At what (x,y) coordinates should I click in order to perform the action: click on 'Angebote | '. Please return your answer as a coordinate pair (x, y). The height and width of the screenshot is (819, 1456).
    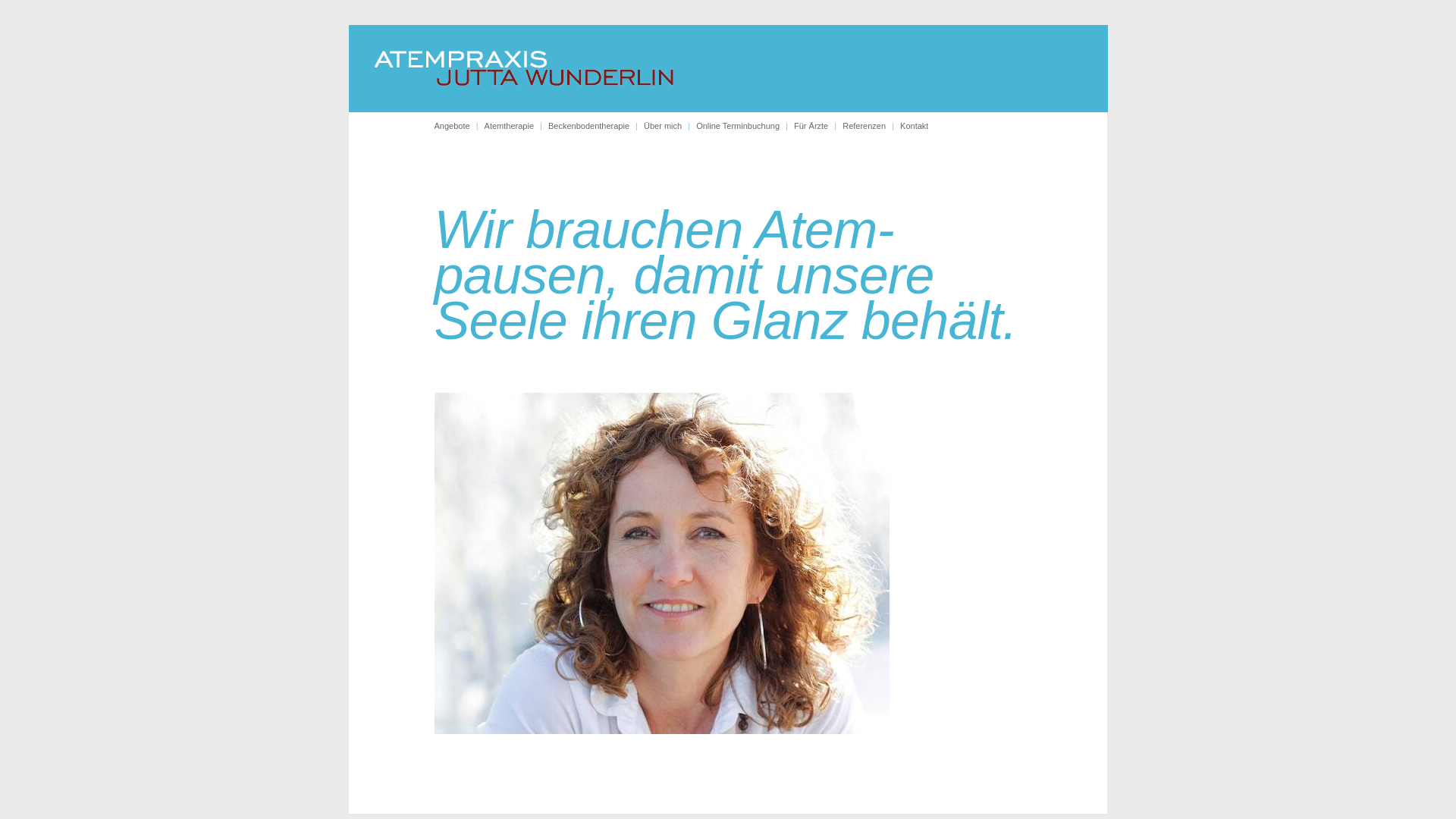
    Looking at the image, I should click on (457, 124).